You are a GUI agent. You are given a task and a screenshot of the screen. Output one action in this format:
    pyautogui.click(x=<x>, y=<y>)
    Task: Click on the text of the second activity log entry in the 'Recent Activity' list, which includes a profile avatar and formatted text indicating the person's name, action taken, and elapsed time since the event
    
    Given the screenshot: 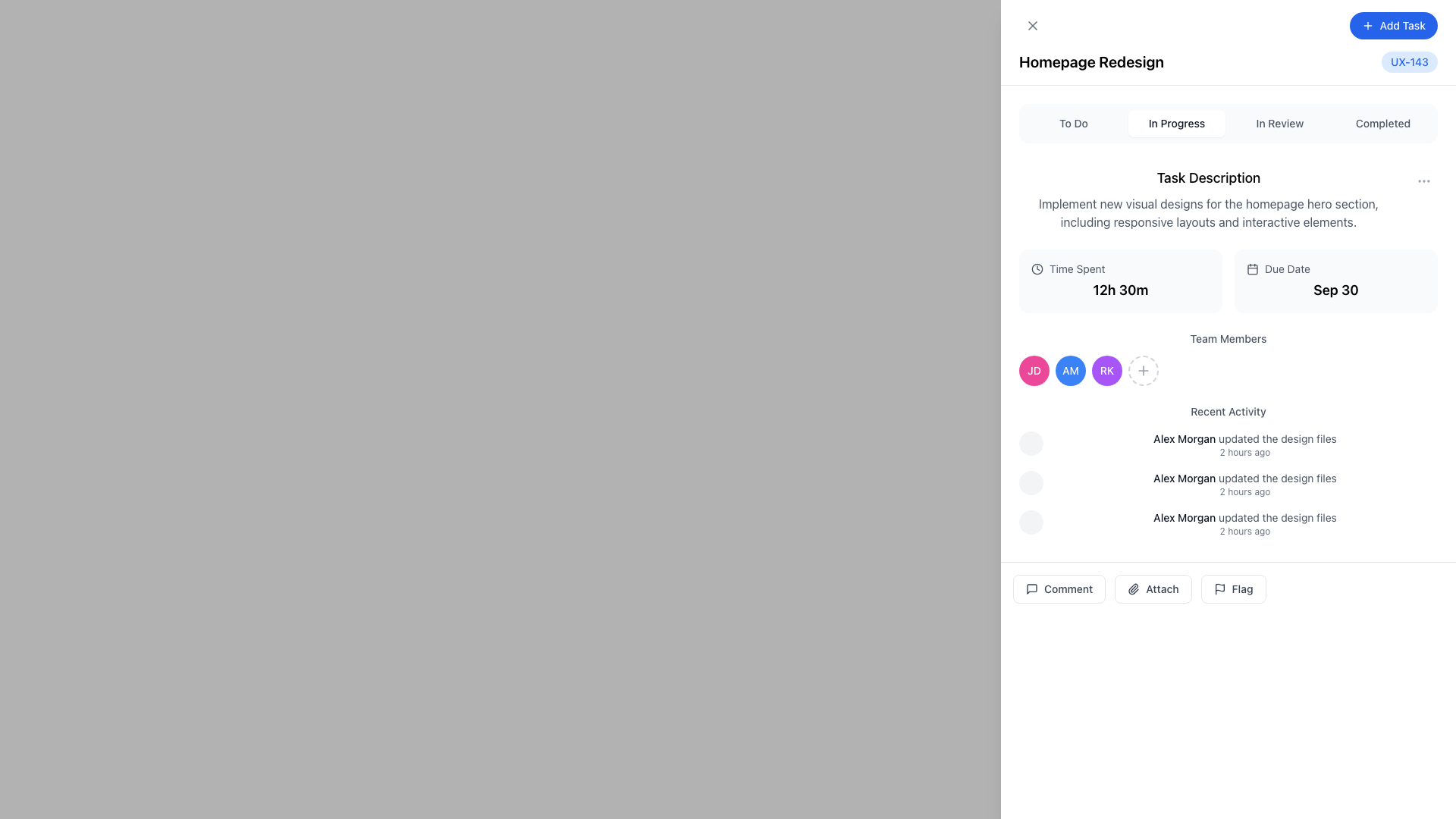 What is the action you would take?
    pyautogui.click(x=1228, y=485)
    